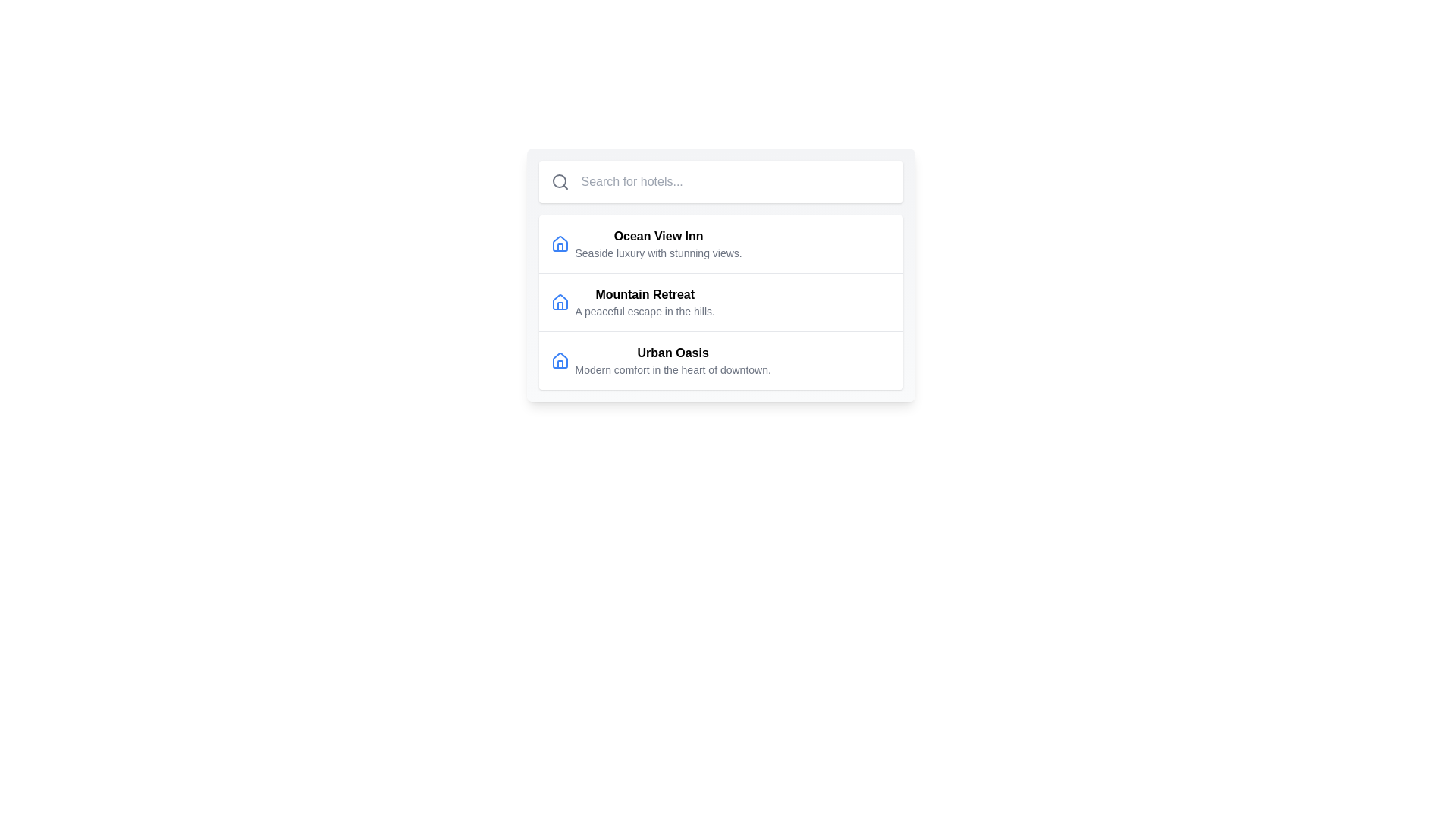 Image resolution: width=1456 pixels, height=819 pixels. What do you see at coordinates (672, 370) in the screenshot?
I see `descriptive text located immediately below the title 'Urban Oasis' in the main content area of the interface` at bounding box center [672, 370].